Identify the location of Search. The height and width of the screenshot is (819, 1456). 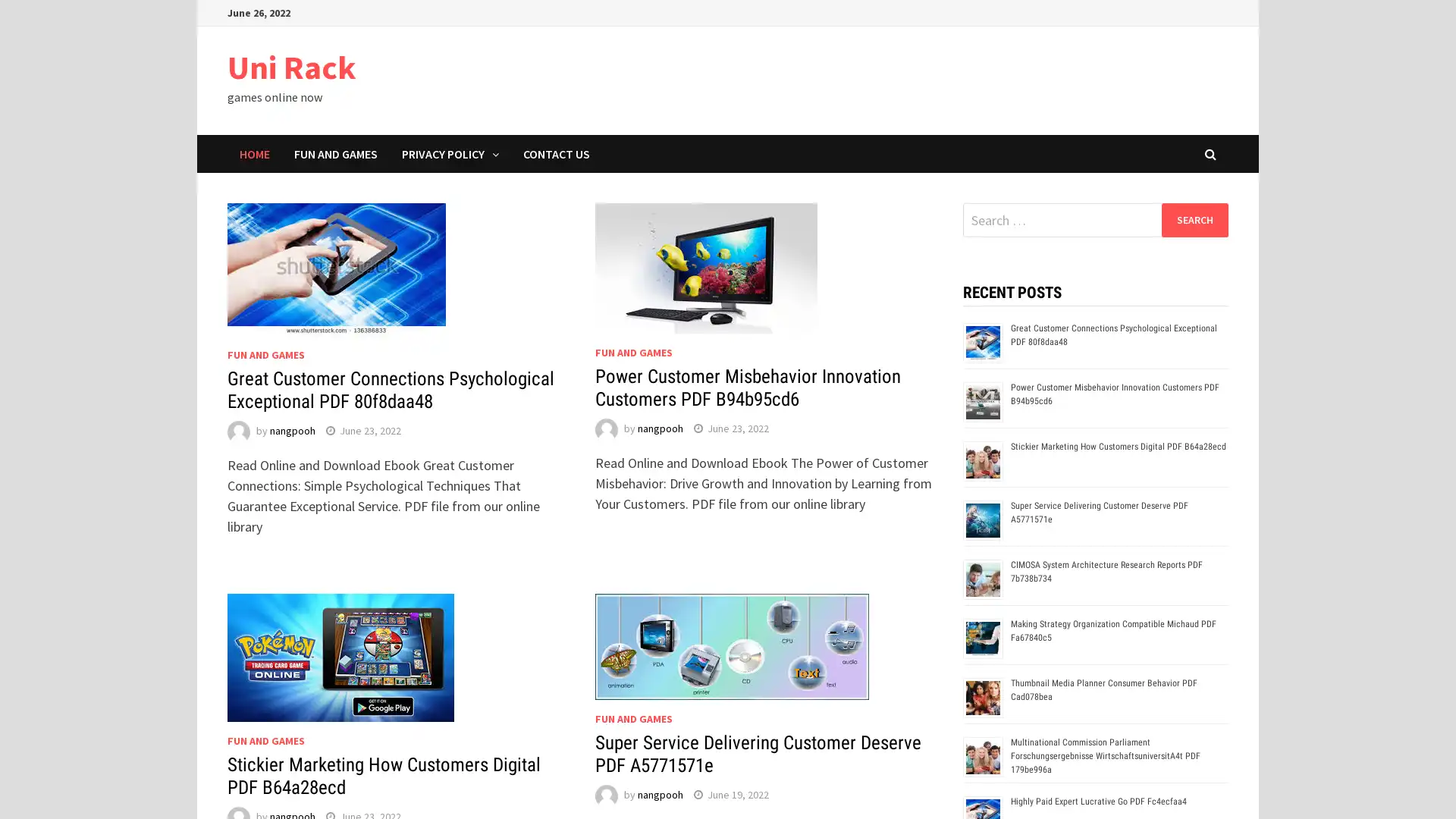
(1194, 219).